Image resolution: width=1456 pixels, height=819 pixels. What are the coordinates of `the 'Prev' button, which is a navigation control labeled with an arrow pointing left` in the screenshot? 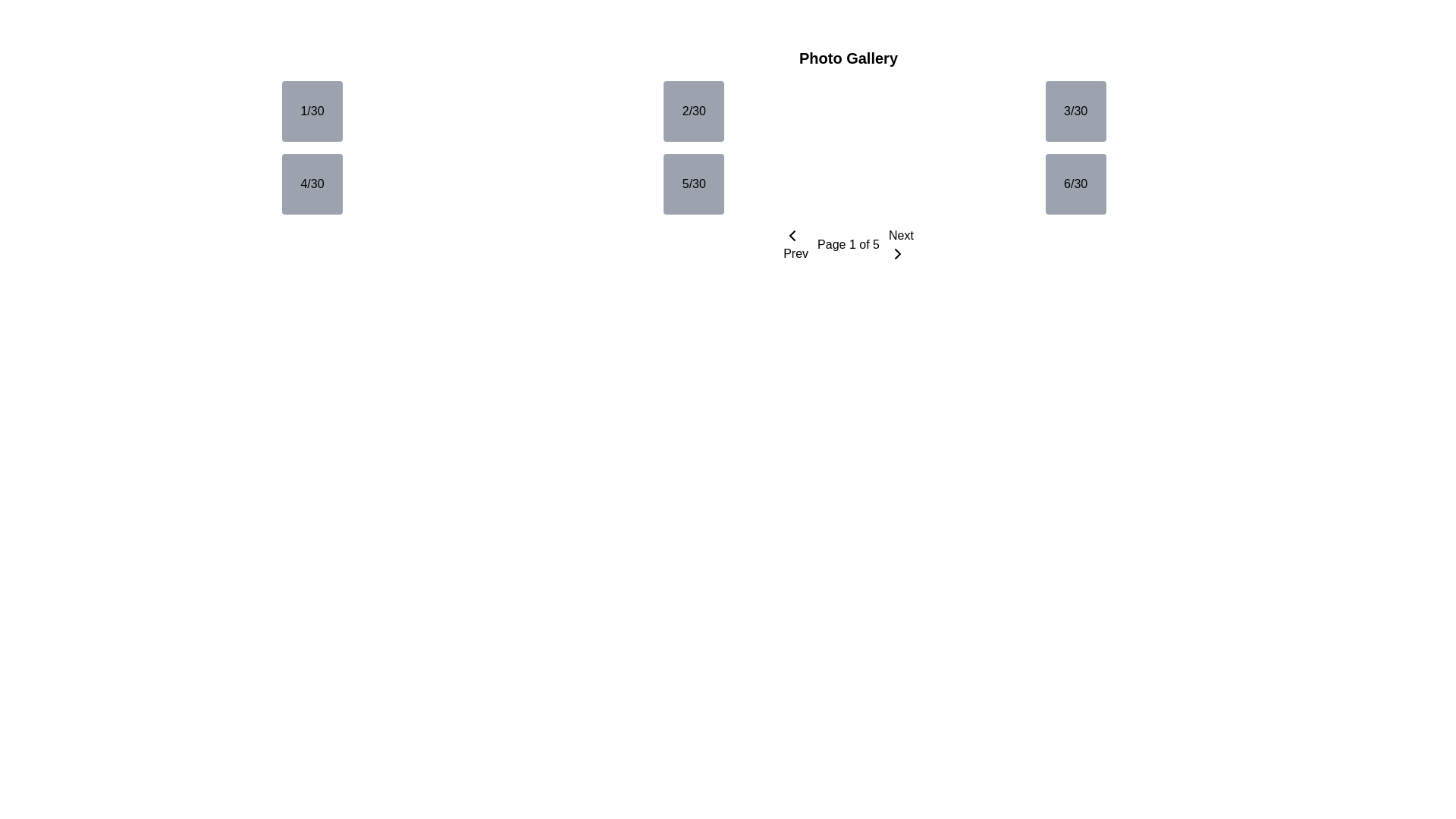 It's located at (795, 244).